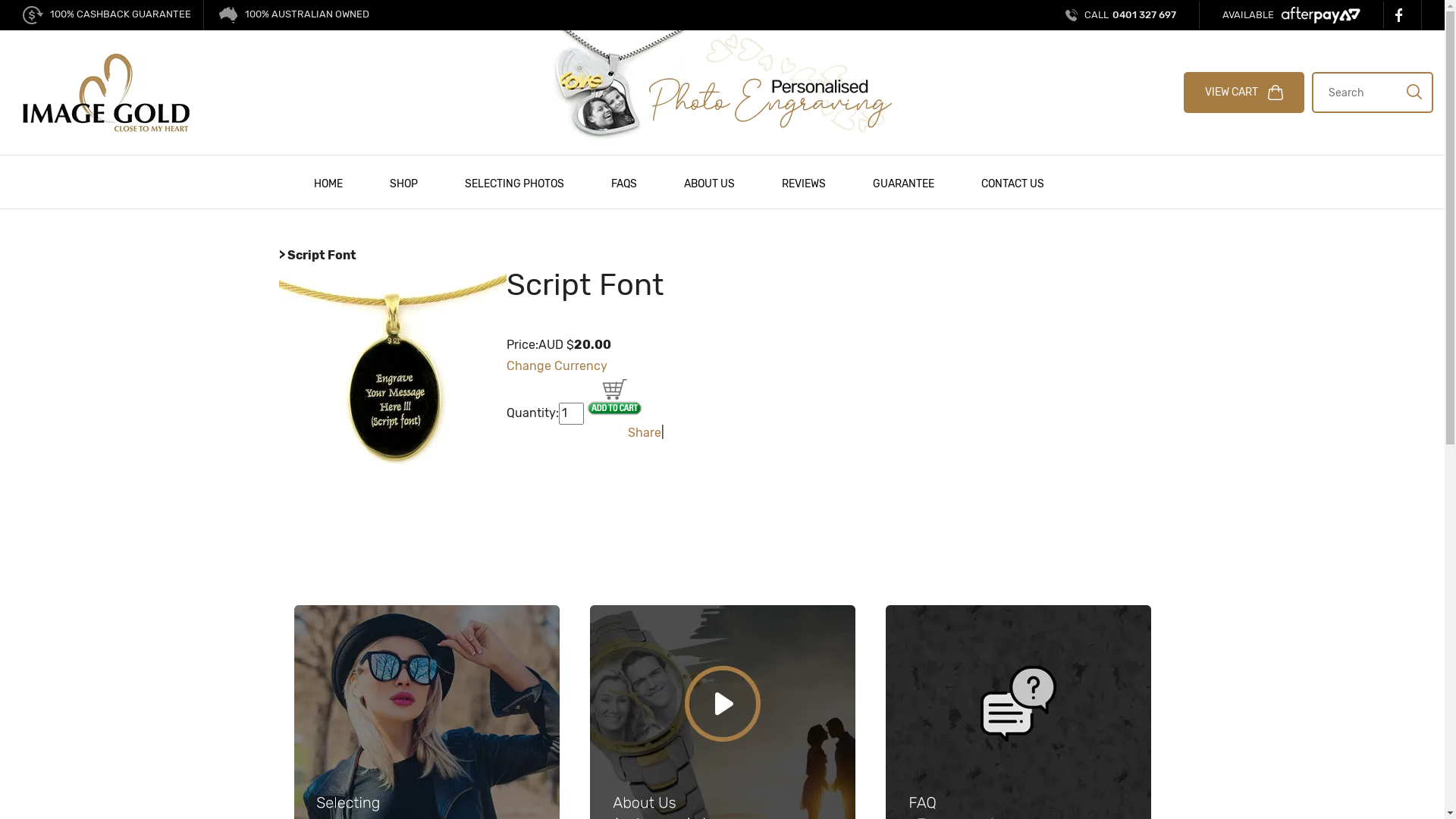  I want to click on 'VIEW CART', so click(1182, 93).